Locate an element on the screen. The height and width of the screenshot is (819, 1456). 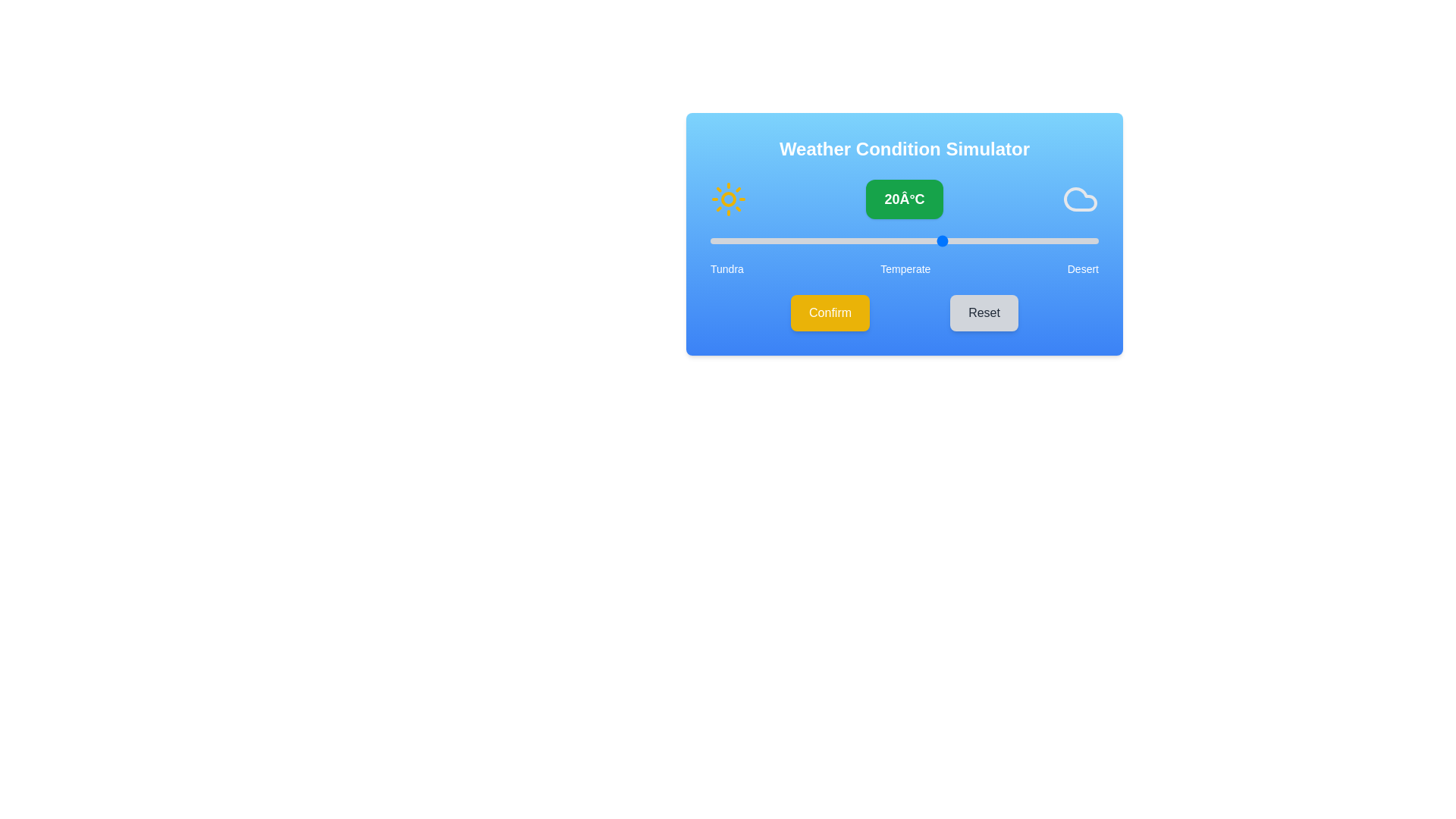
the label Temperate under the slider is located at coordinates (905, 268).